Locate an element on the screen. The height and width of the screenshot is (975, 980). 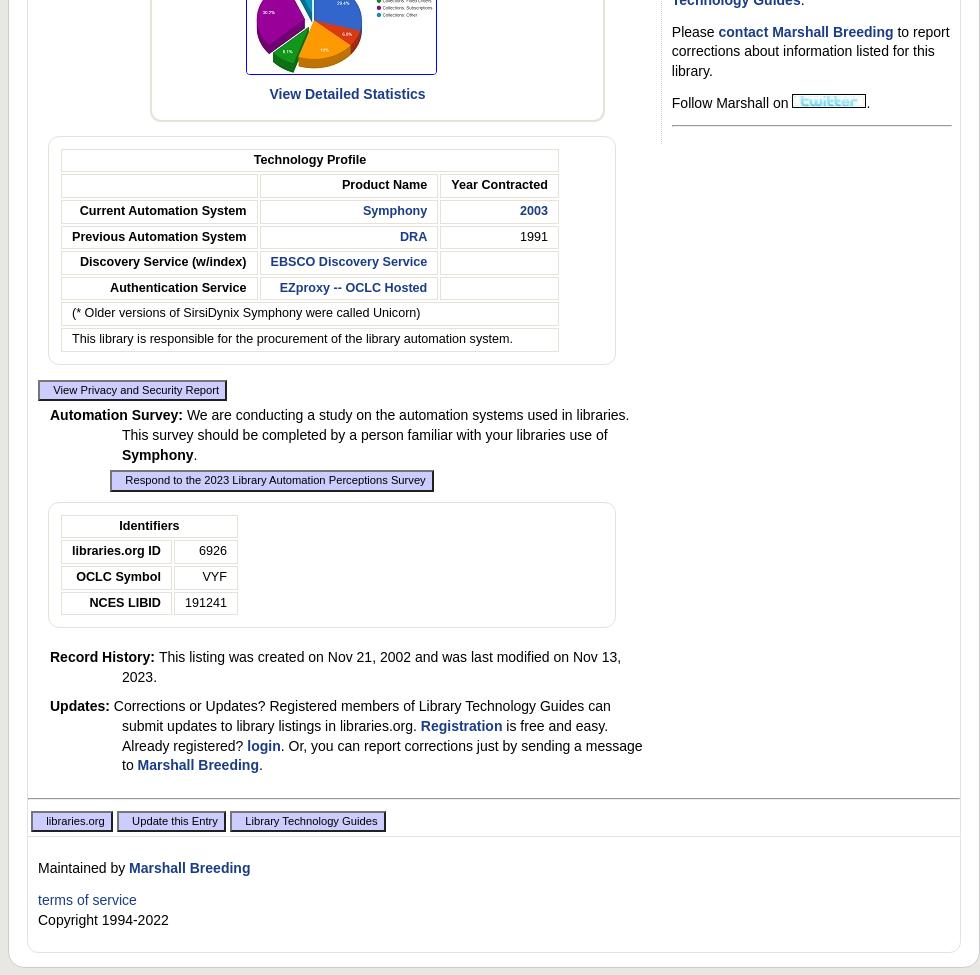
'Corrections or Updates?  Registered members of Library Technology Guides can submit updates to library listings in libraries.org.' is located at coordinates (361, 715).